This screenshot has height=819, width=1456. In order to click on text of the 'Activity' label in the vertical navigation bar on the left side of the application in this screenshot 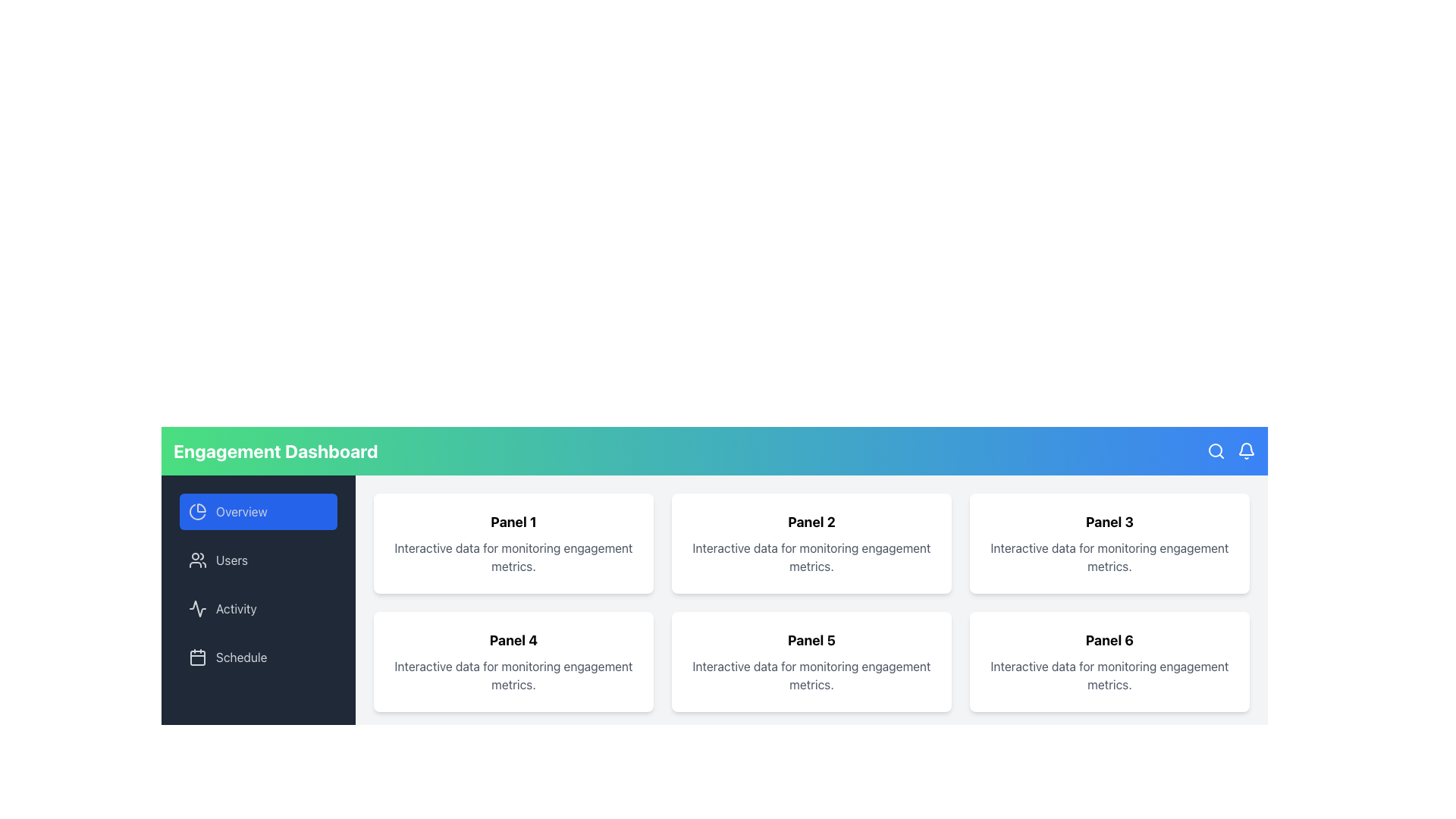, I will do `click(236, 607)`.